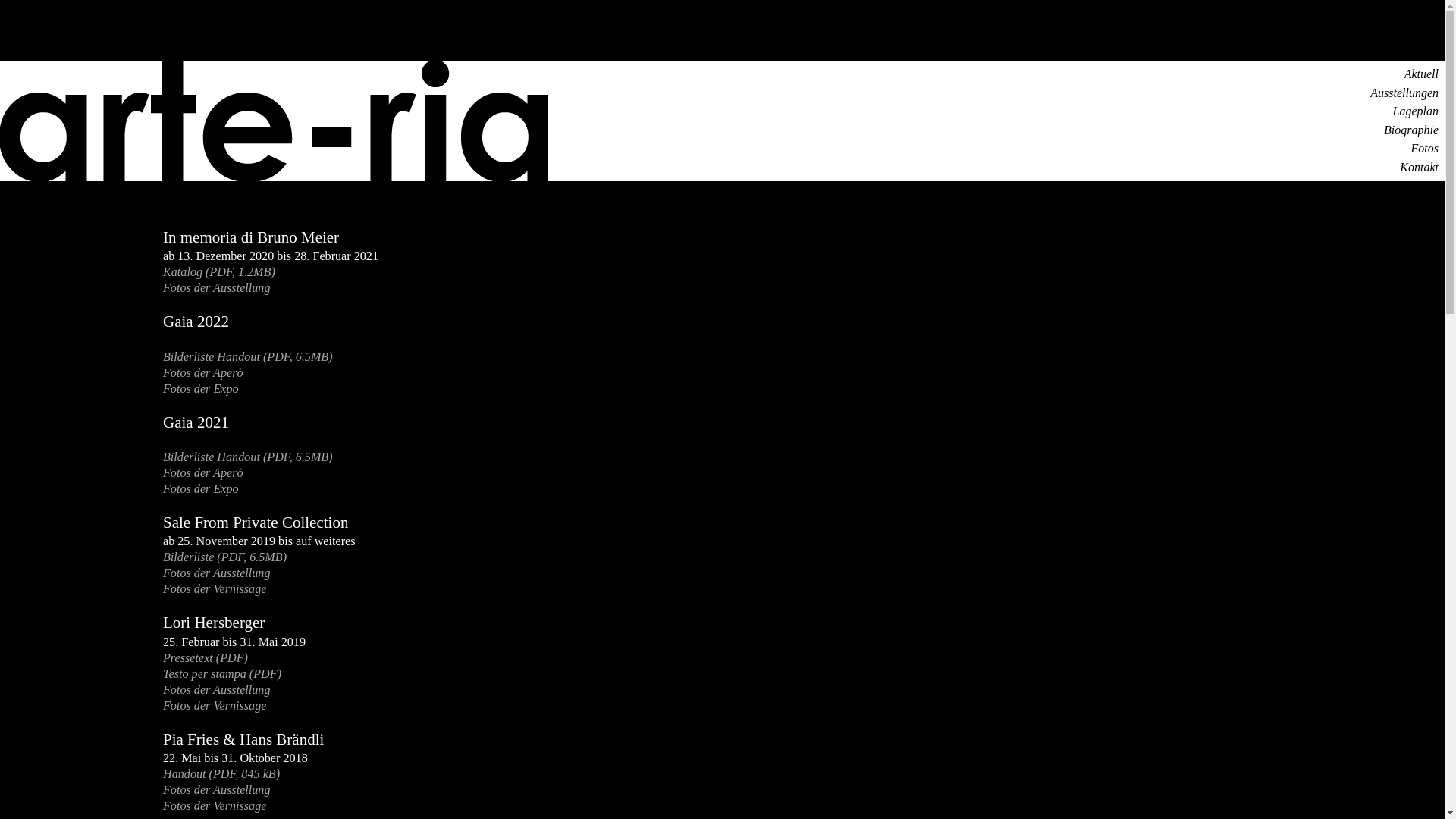  What do you see at coordinates (163, 657) in the screenshot?
I see `'Pressetext (PDF)'` at bounding box center [163, 657].